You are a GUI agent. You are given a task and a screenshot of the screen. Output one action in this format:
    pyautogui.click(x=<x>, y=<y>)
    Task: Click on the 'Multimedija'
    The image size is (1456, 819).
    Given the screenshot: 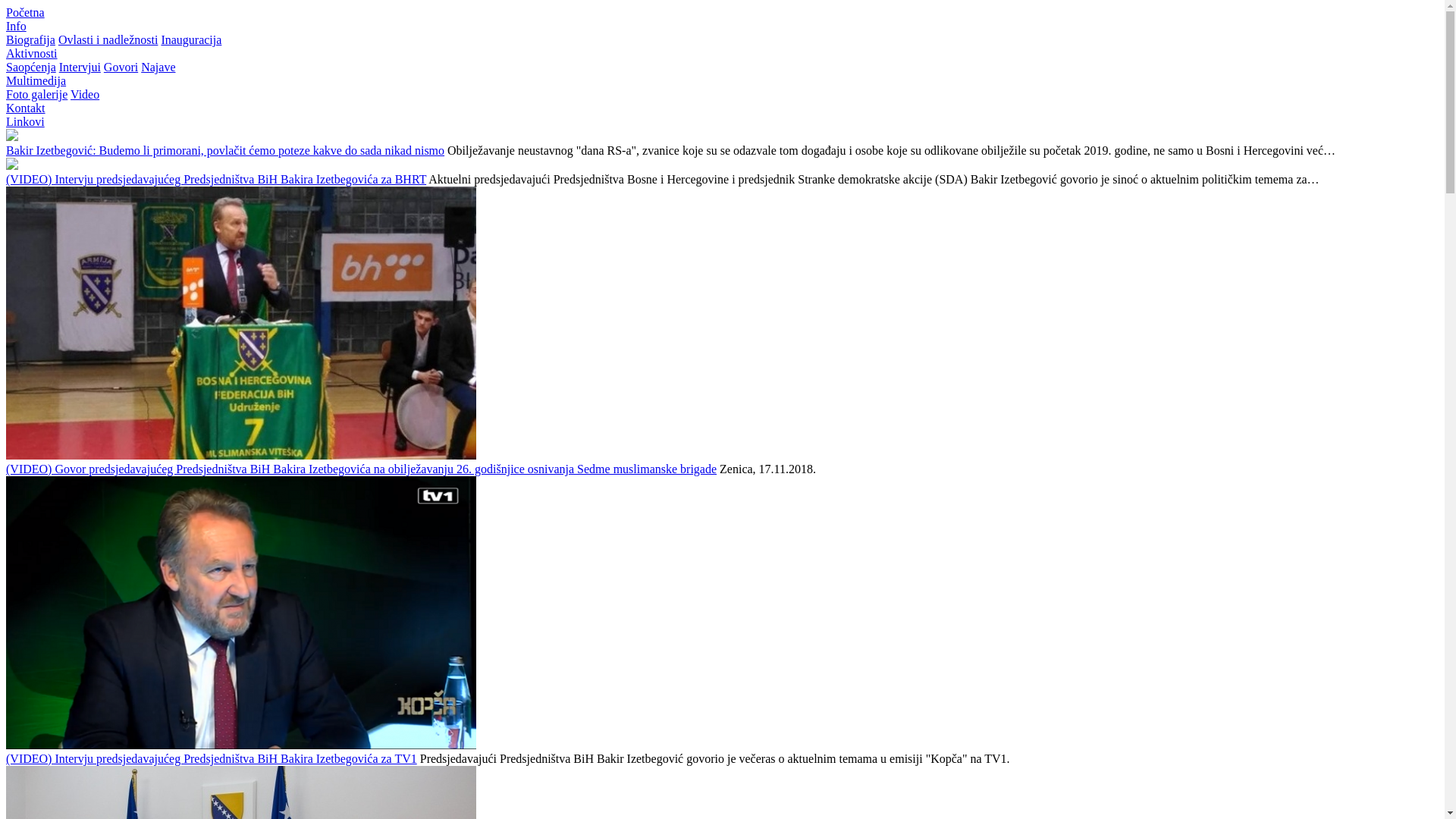 What is the action you would take?
    pyautogui.click(x=6, y=80)
    